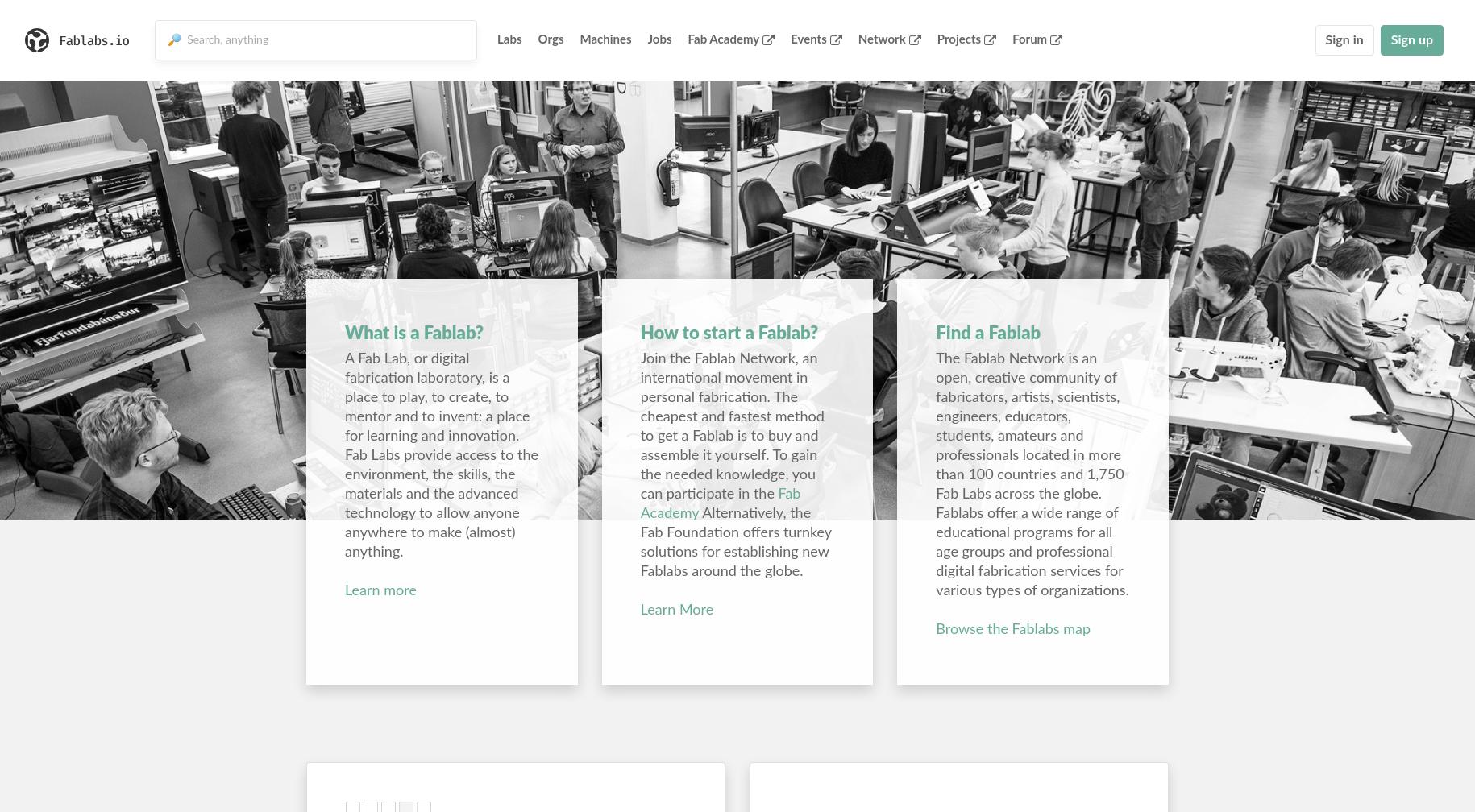 Image resolution: width=1475 pixels, height=812 pixels. I want to click on 'Join the Fablab Network, an international movement in personal fabrication. The cheapest and fastest method to get a Fablab is to buy and assemble it yourself. To gain the needed knowledge, you can participate in the', so click(732, 427).